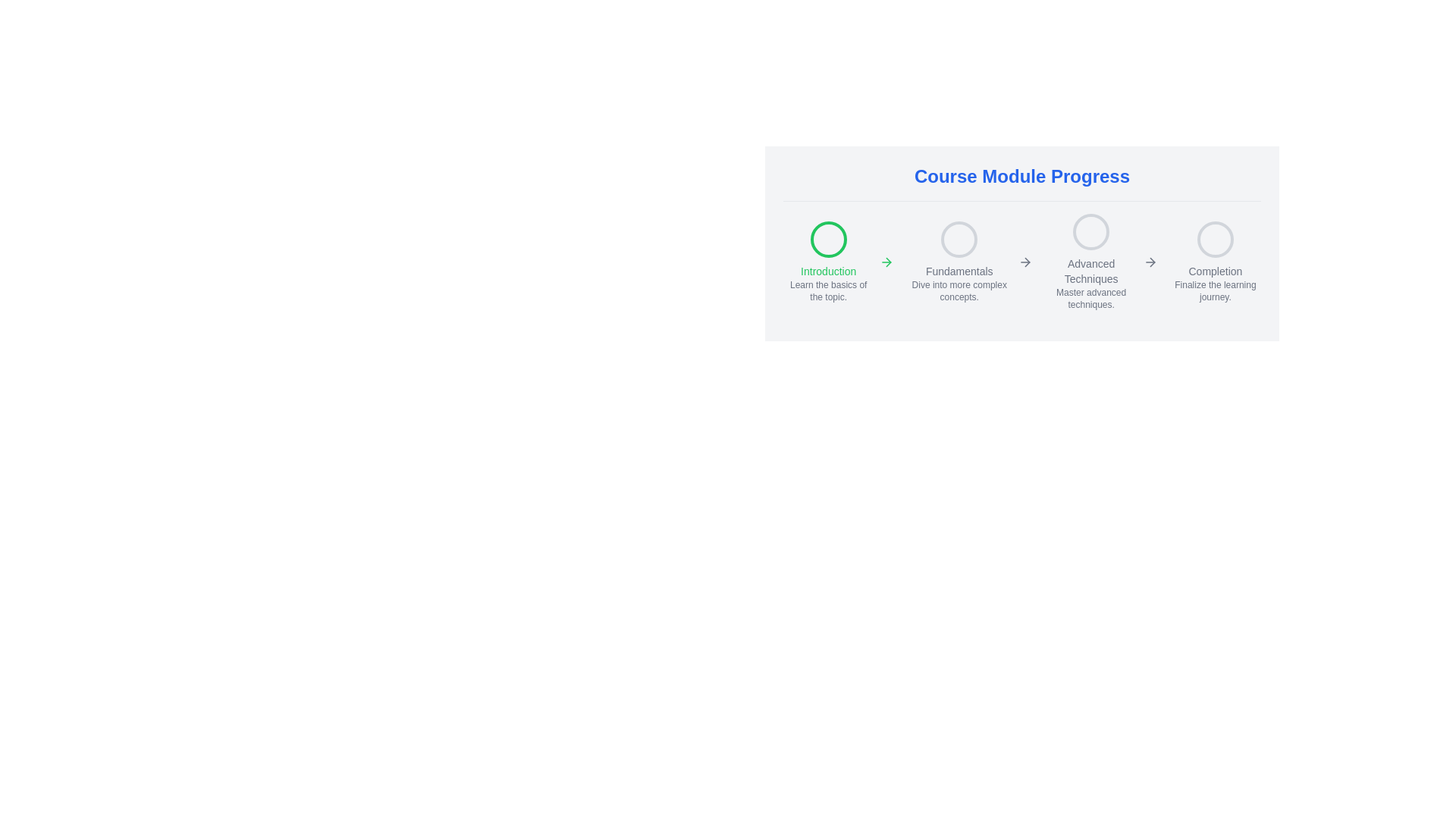 Image resolution: width=1456 pixels, height=819 pixels. I want to click on the label element that serves as a title for the section, positioned below a circular icon with a green border and above the description text 'Learn the basics of the topic.', so click(827, 271).